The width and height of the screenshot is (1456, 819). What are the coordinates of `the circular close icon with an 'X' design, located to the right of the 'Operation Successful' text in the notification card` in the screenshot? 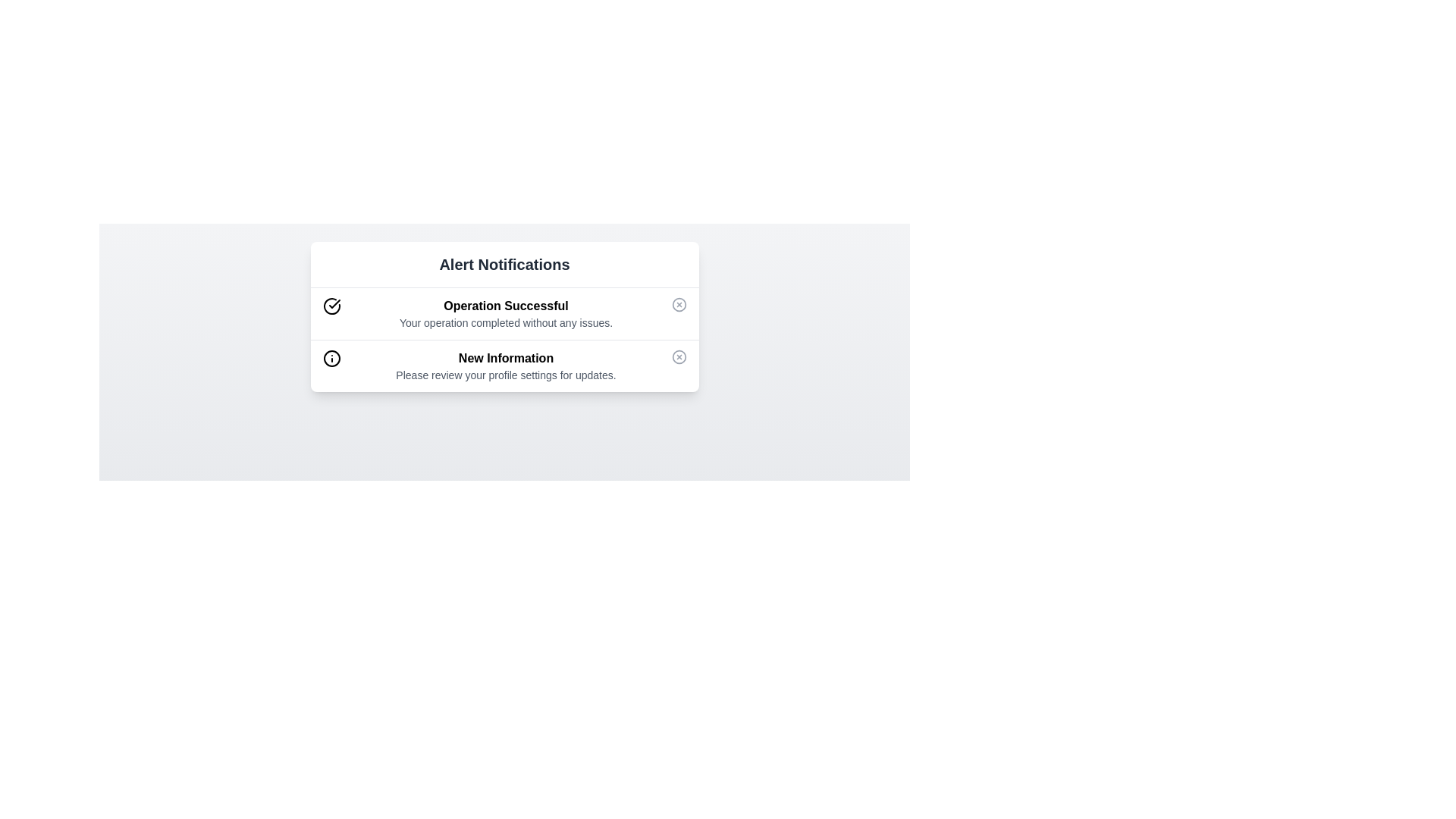 It's located at (678, 304).